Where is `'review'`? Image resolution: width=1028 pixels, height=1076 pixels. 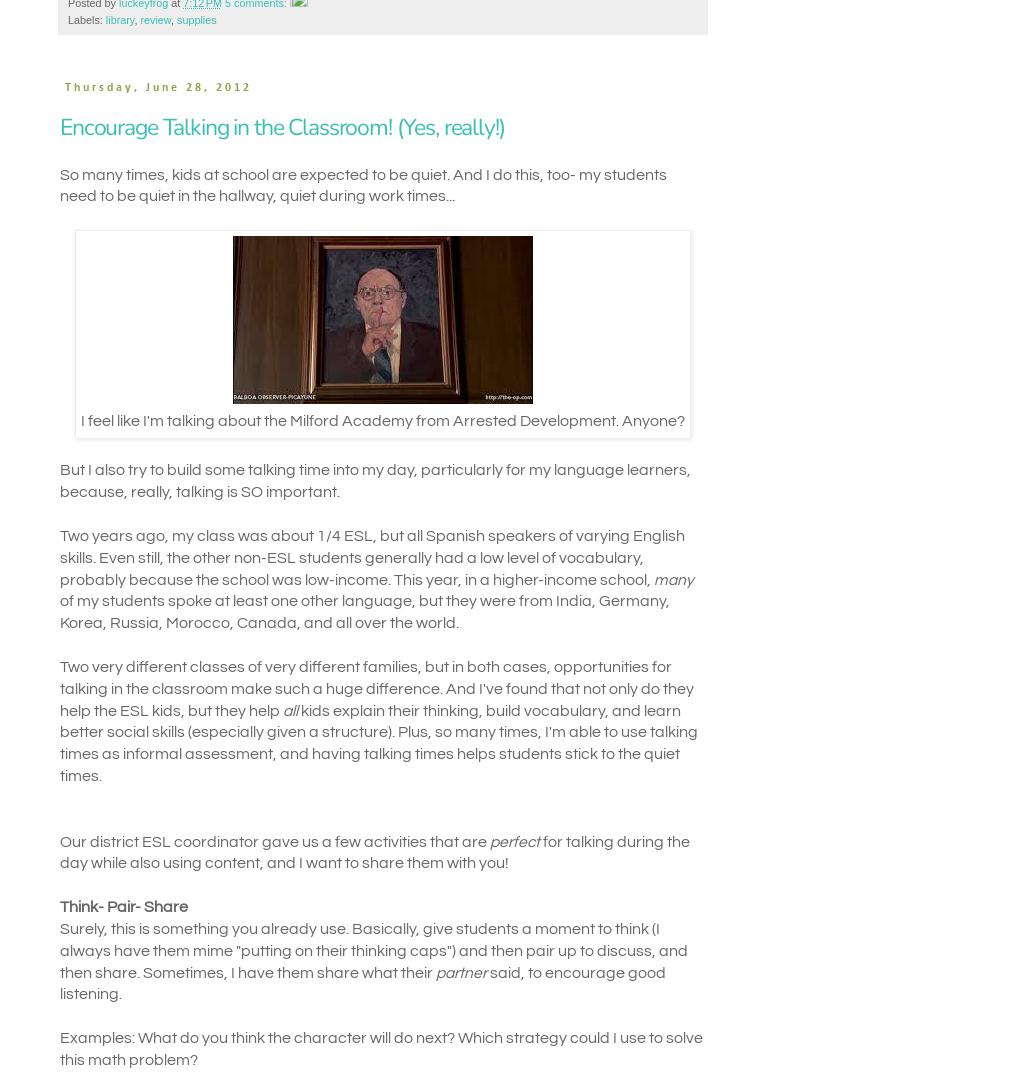
'review' is located at coordinates (155, 19).